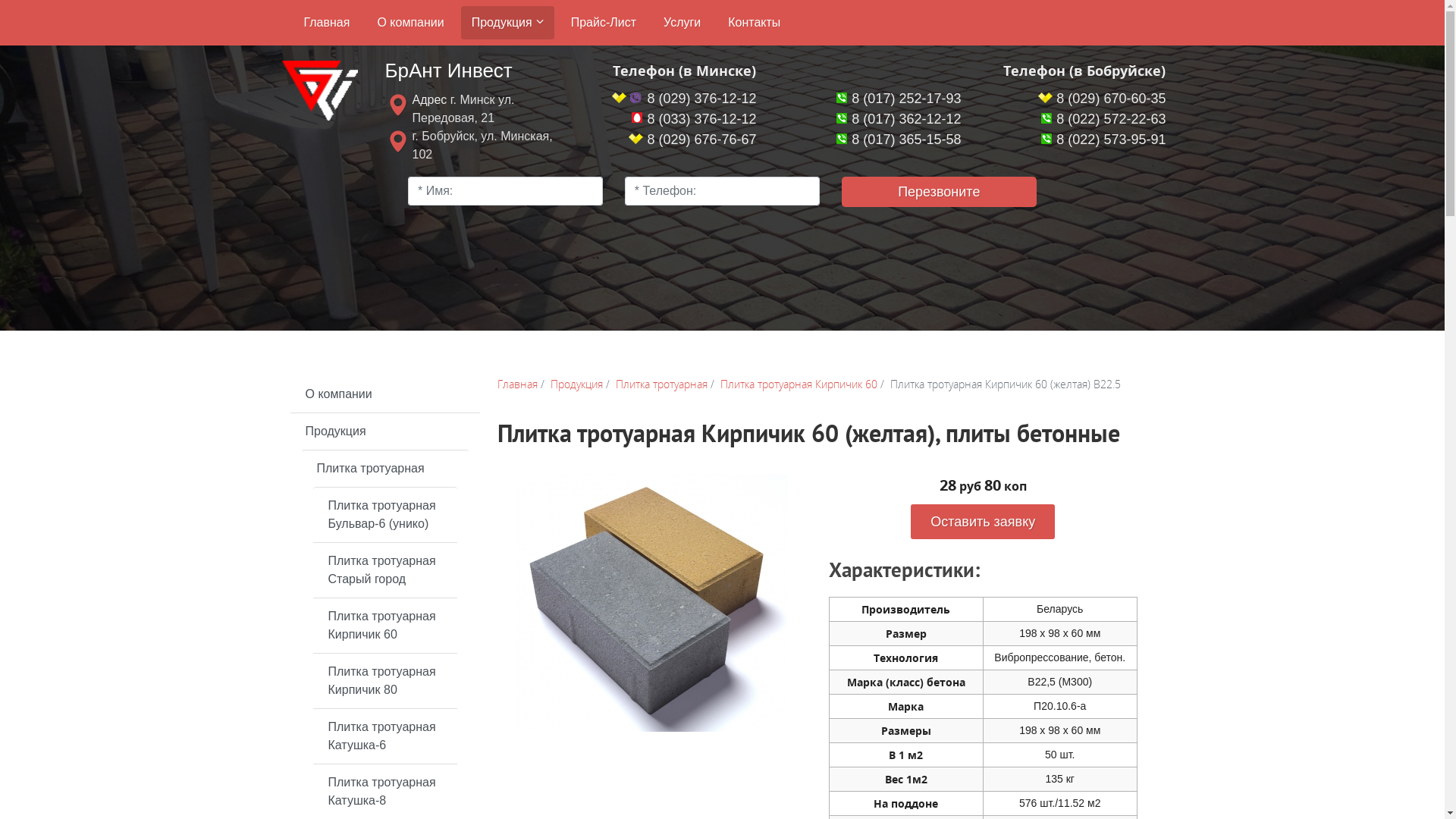  What do you see at coordinates (1037, 99) in the screenshot?
I see `'8 (029) 670-60-35'` at bounding box center [1037, 99].